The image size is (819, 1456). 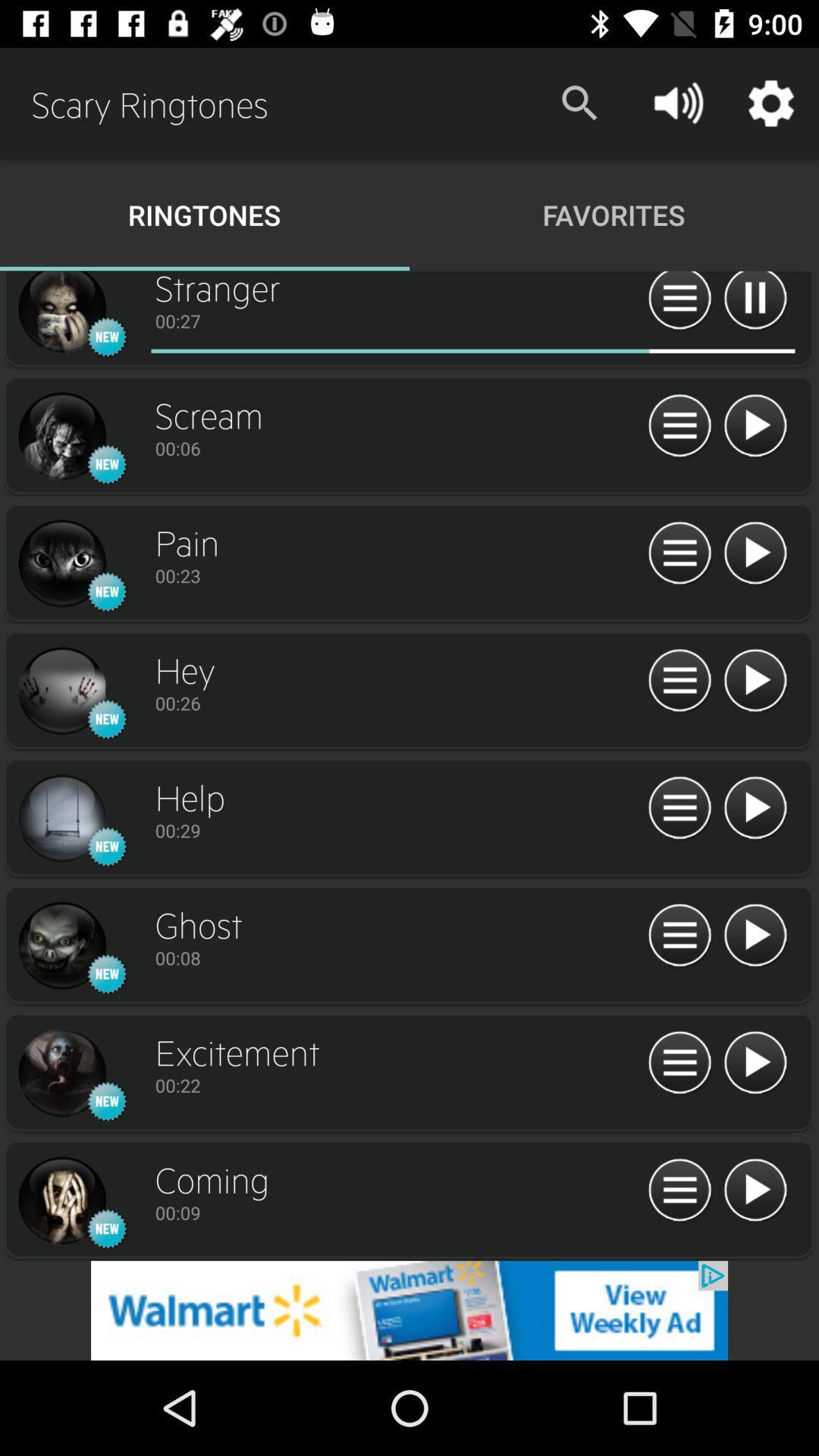 I want to click on picture, so click(x=61, y=563).